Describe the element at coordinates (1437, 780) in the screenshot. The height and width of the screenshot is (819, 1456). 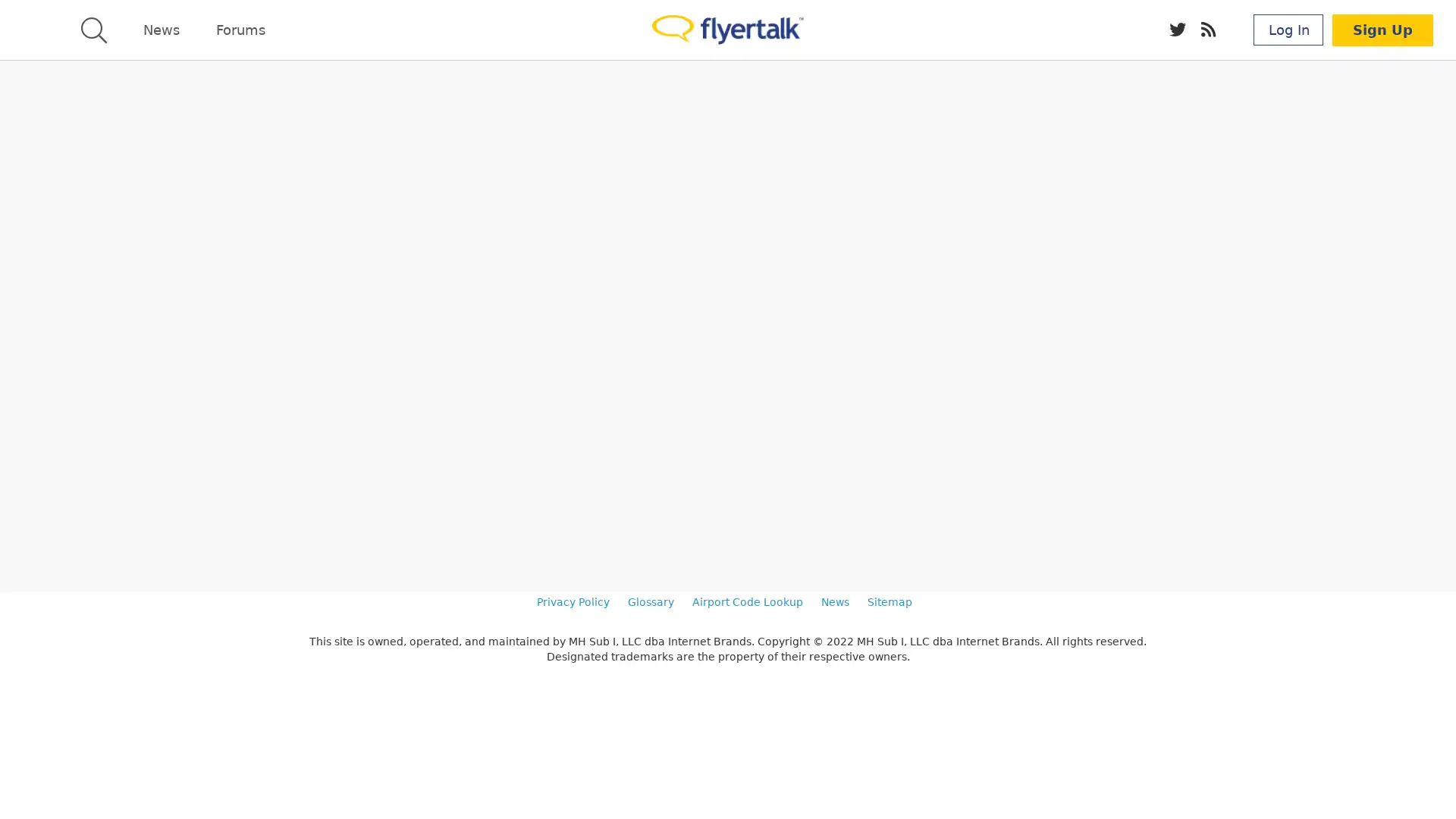
I see `Close` at that location.